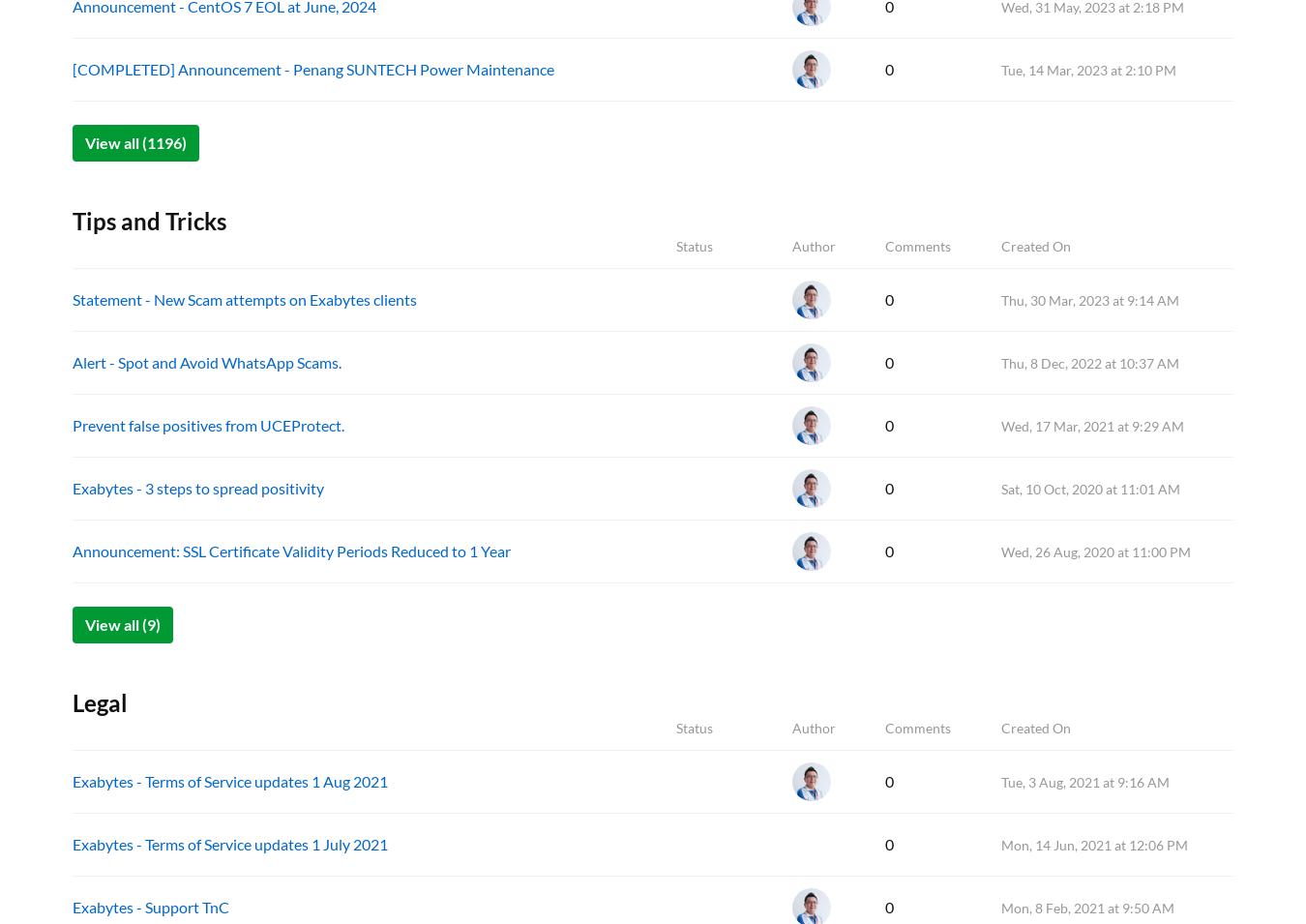 This screenshot has width=1306, height=924. I want to click on 'View all (9)', so click(123, 623).